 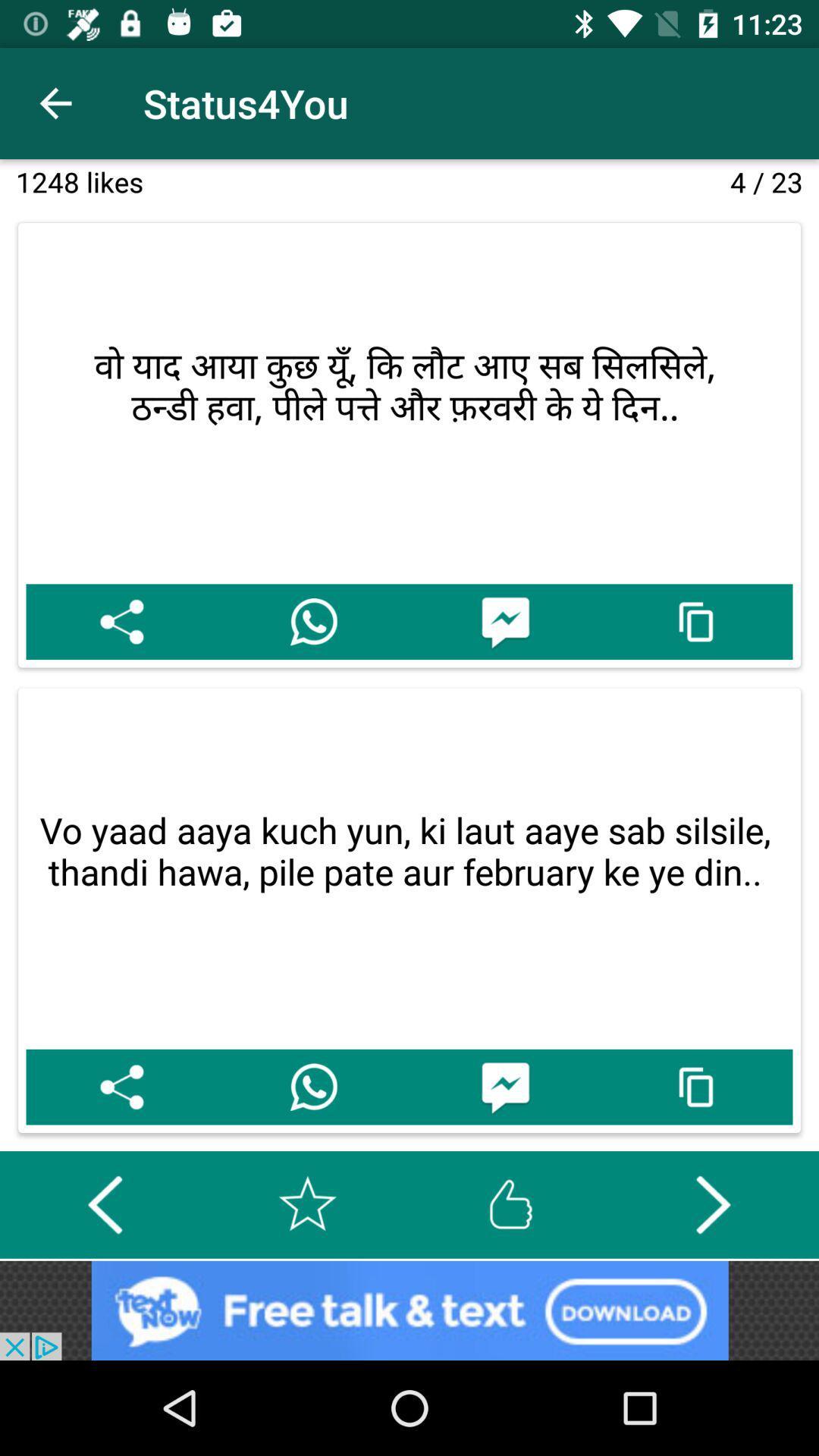 What do you see at coordinates (697, 1086) in the screenshot?
I see `minimize selected` at bounding box center [697, 1086].